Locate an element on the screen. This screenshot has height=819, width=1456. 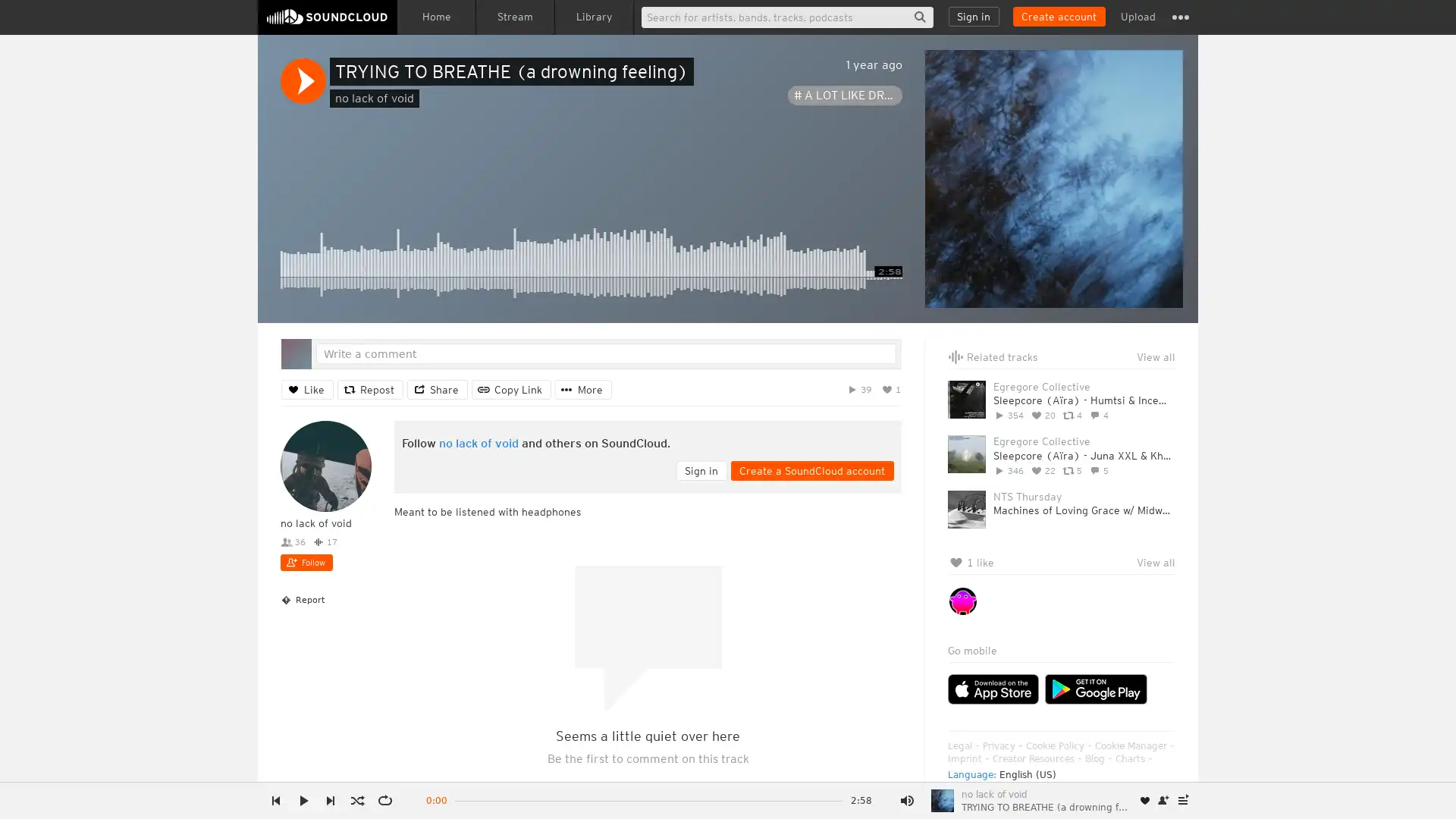
Sign in is located at coordinates (974, 17).